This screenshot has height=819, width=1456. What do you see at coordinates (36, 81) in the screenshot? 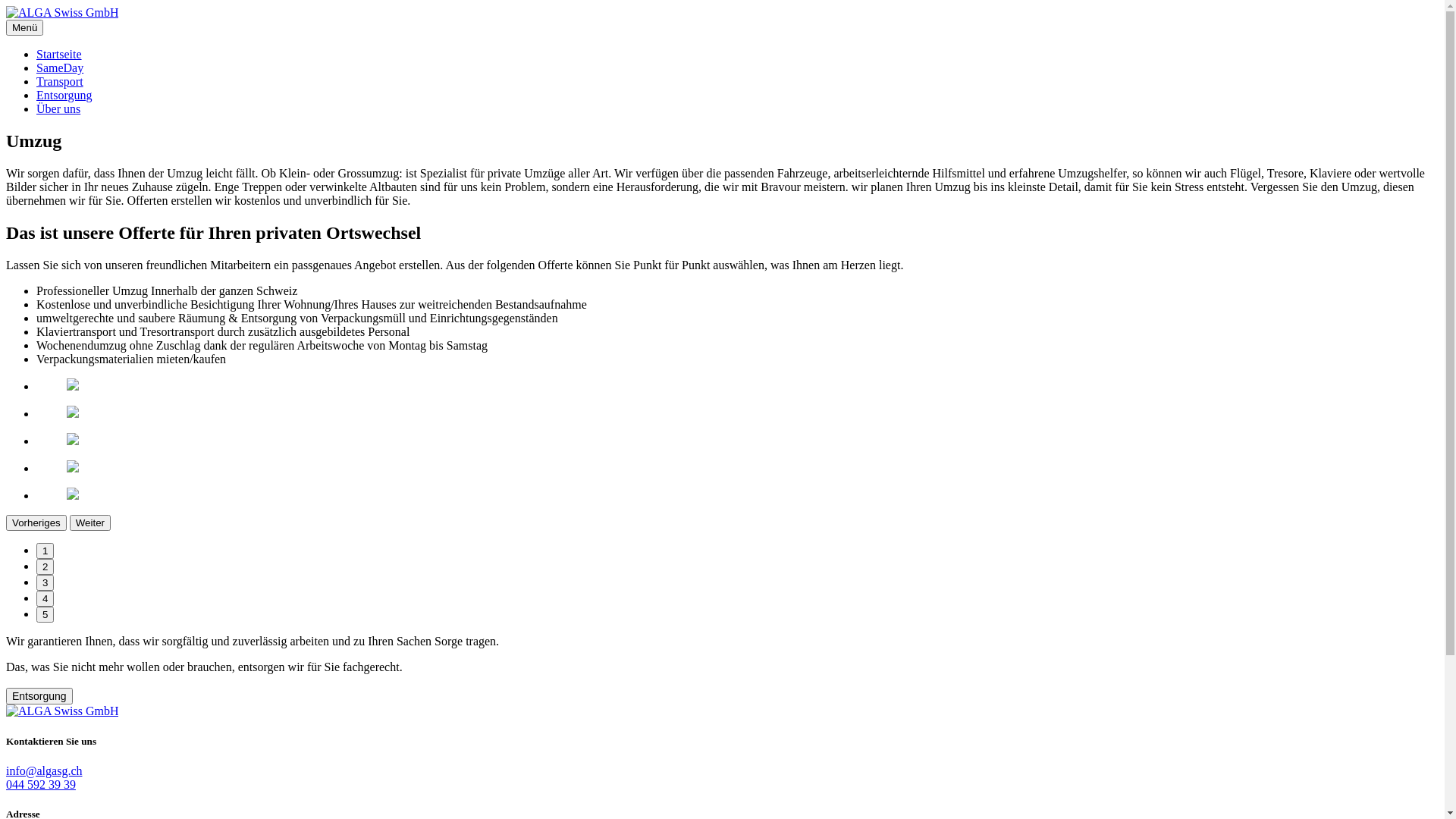
I see `'Transport'` at bounding box center [36, 81].